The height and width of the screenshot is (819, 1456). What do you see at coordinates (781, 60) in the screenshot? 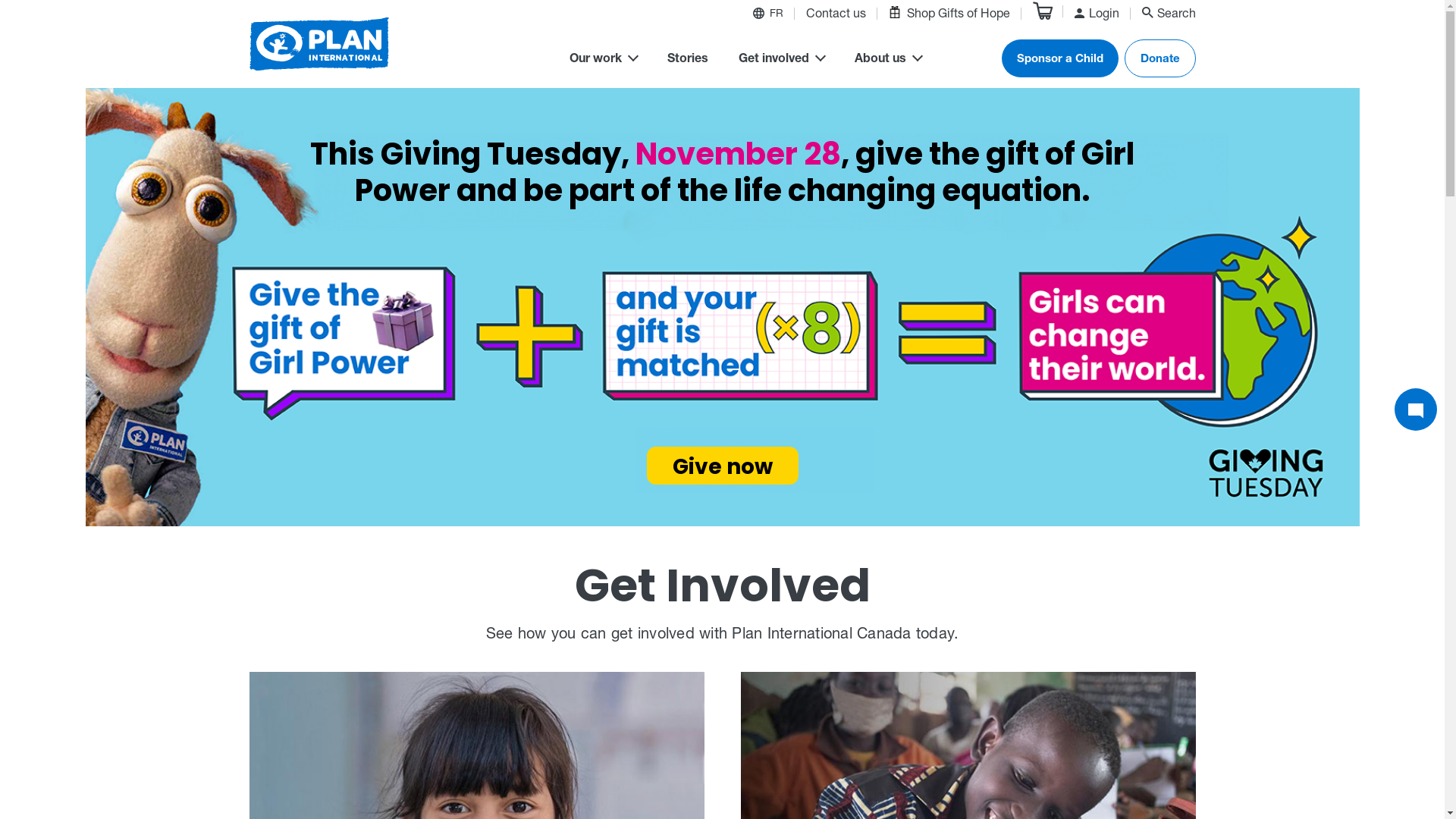
I see `'Get involved'` at bounding box center [781, 60].